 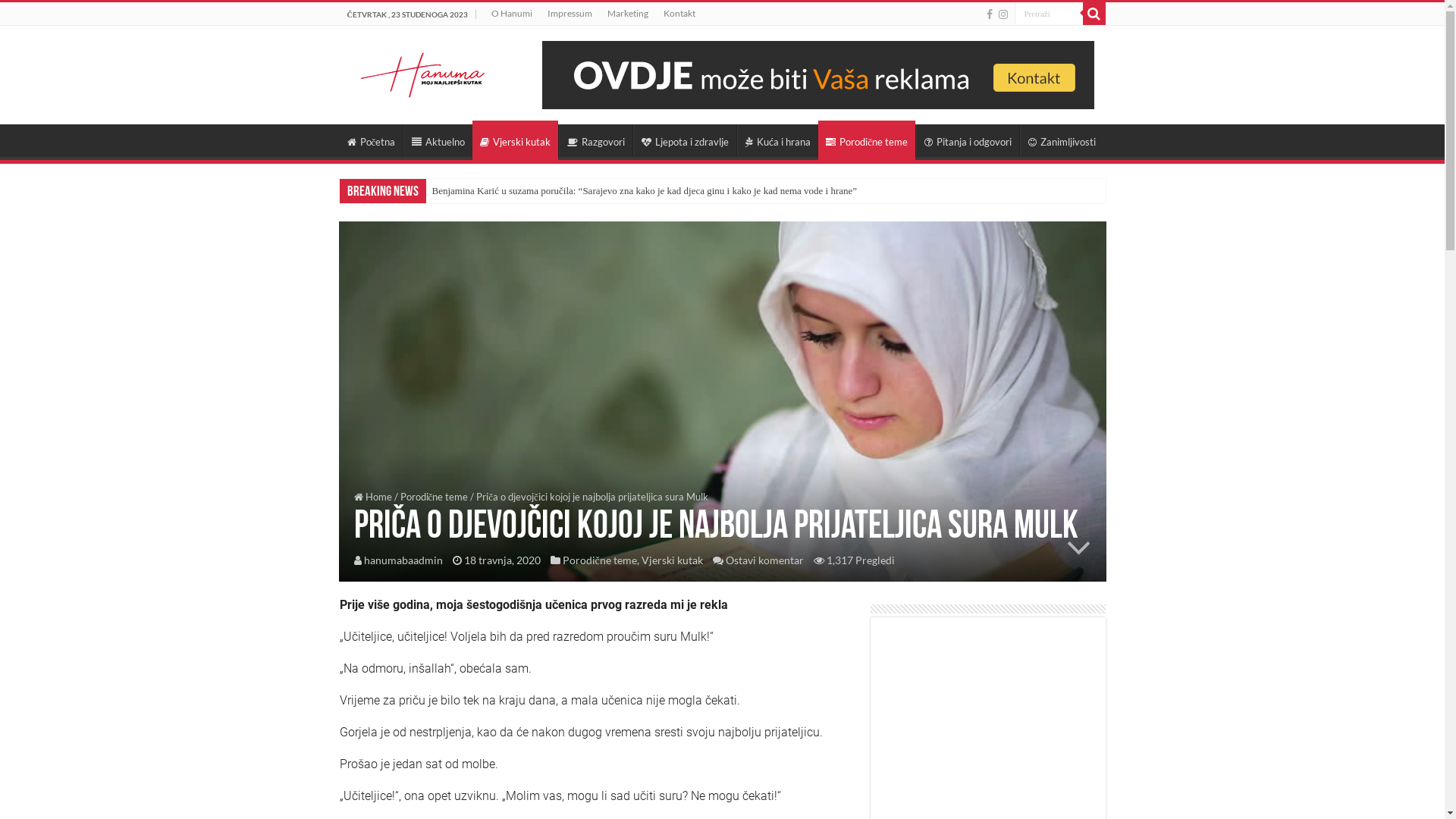 I want to click on 'Zanimljivosti', so click(x=1019, y=140).